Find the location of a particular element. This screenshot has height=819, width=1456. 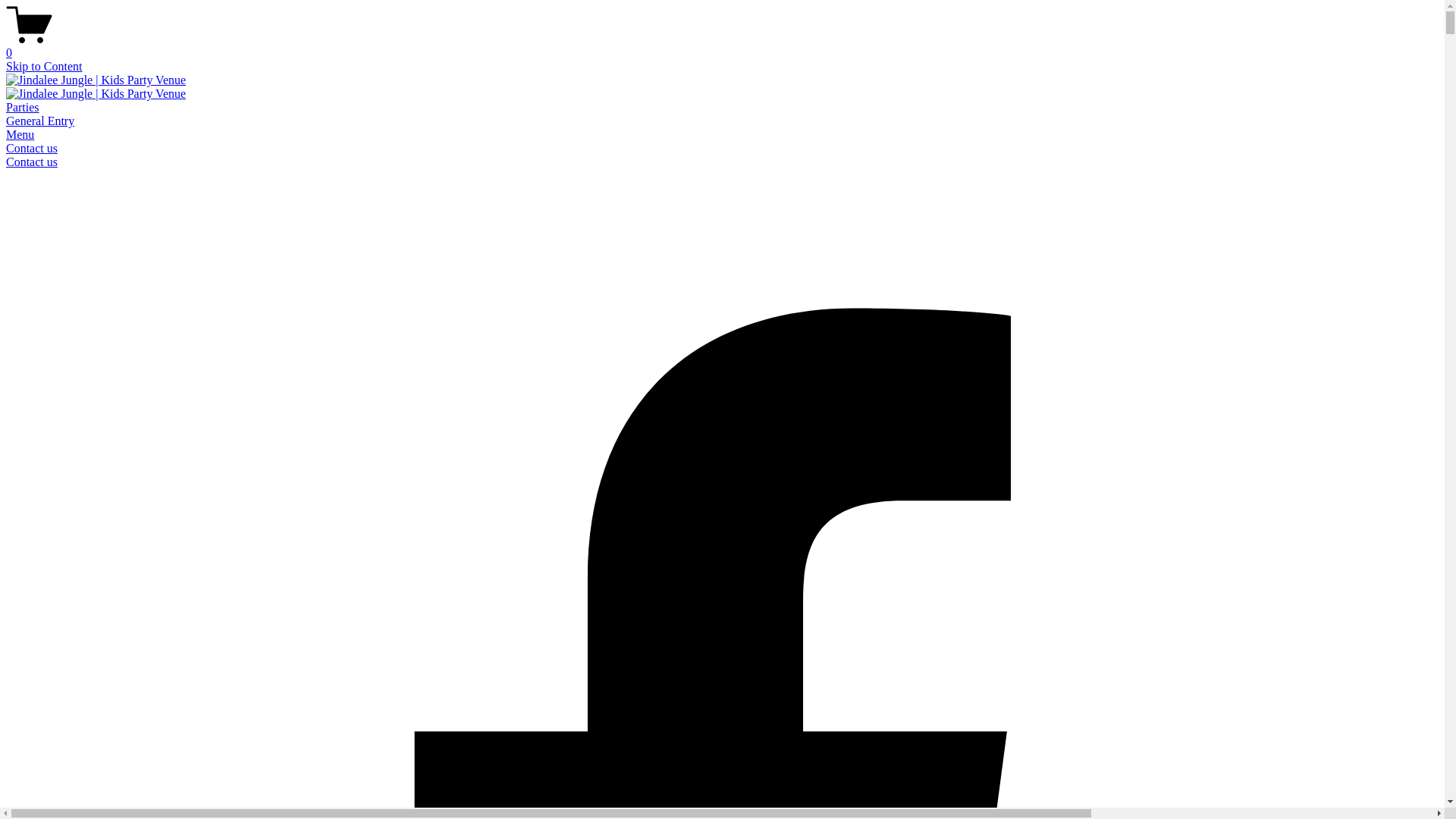

'Menu' is located at coordinates (6, 133).